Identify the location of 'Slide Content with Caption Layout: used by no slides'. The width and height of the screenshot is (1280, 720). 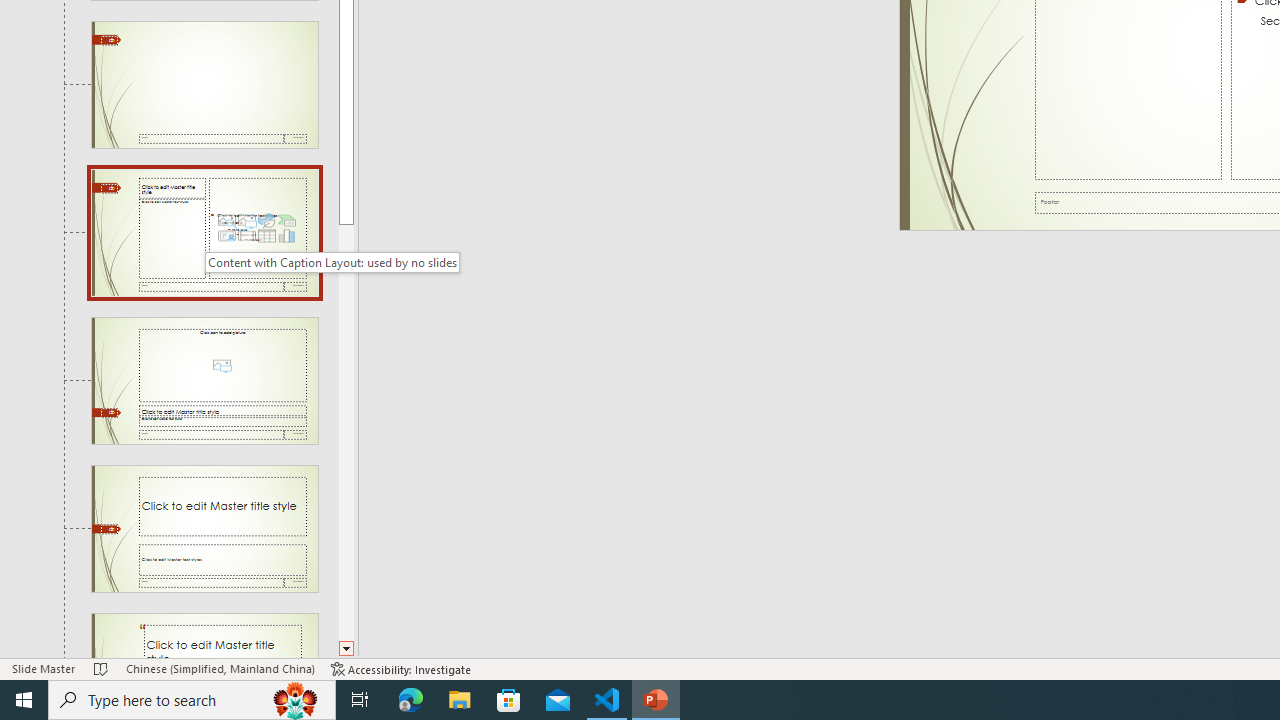
(204, 231).